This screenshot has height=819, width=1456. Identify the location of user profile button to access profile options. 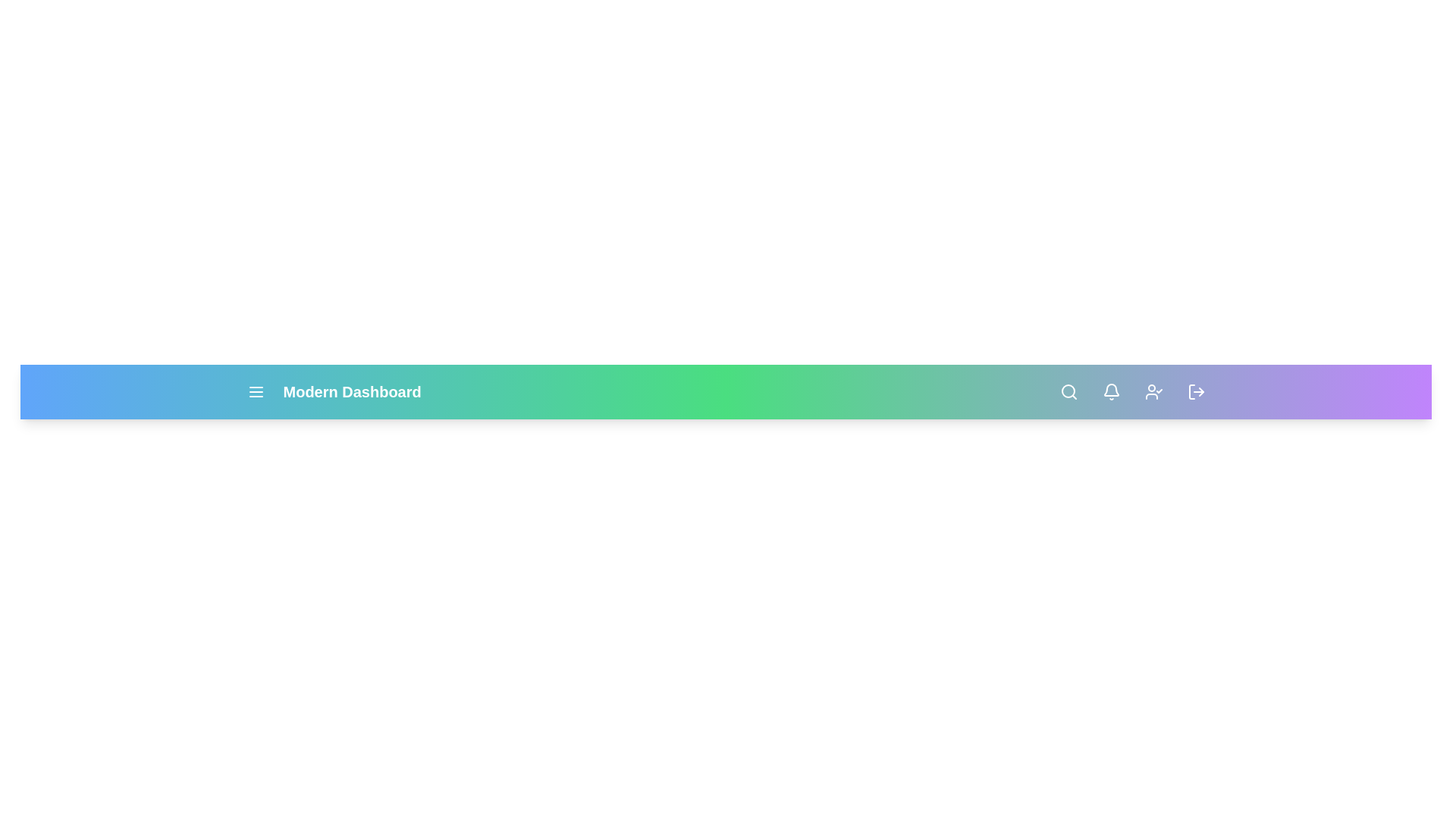
(1153, 391).